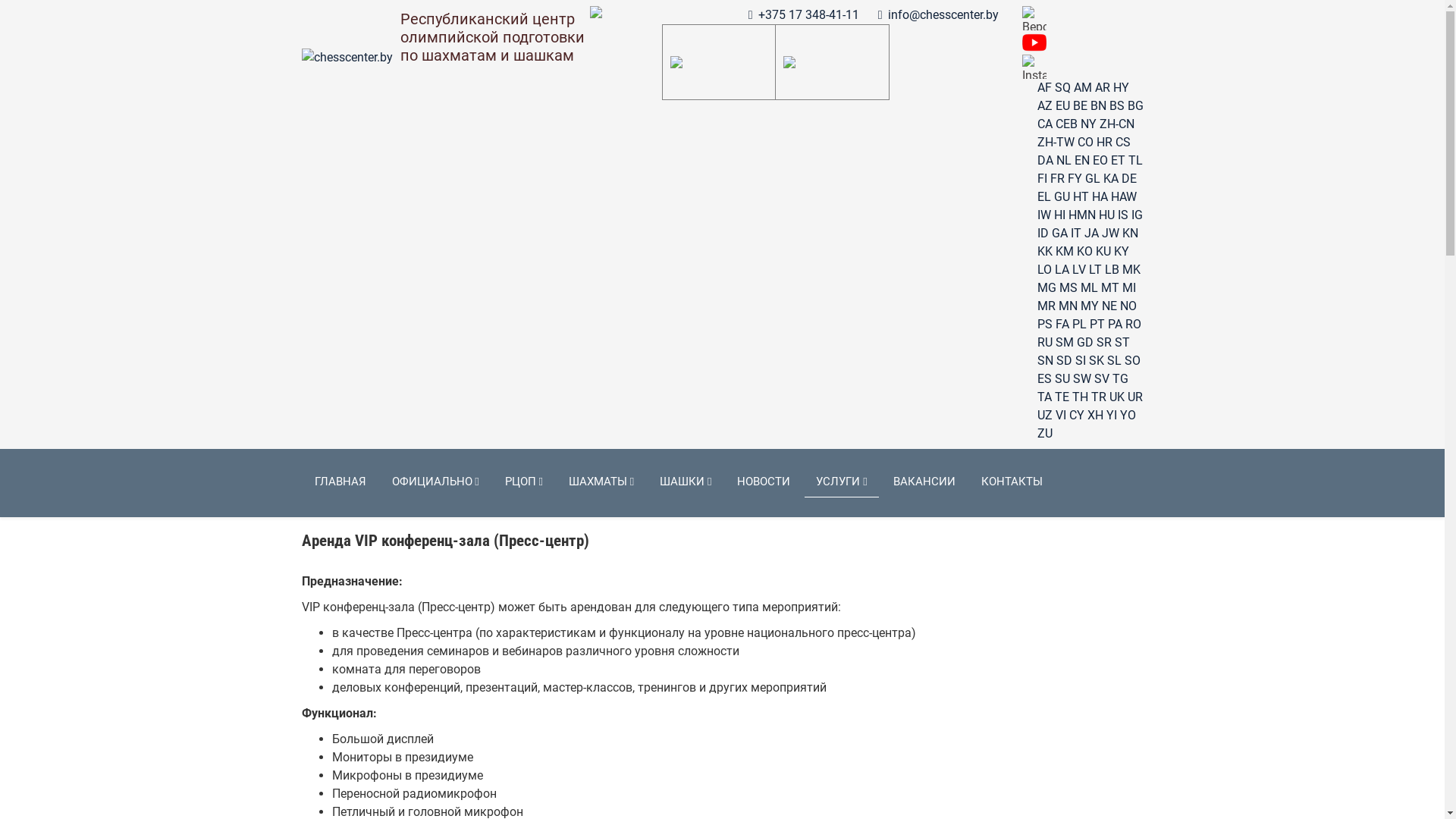 Image resolution: width=1456 pixels, height=819 pixels. What do you see at coordinates (1123, 196) in the screenshot?
I see `'HAW'` at bounding box center [1123, 196].